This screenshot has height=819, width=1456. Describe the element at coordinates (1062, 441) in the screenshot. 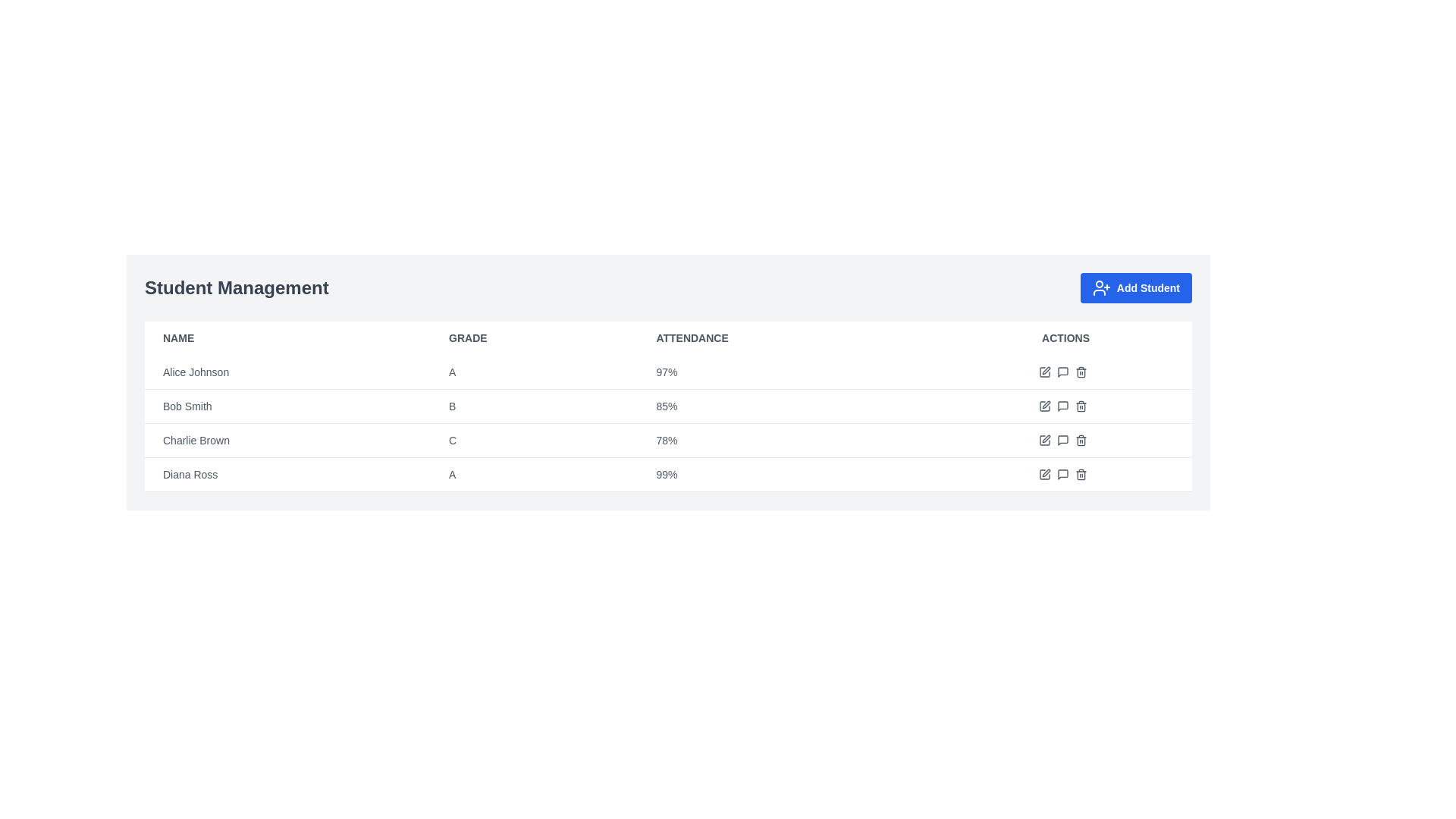

I see `the speech bubble icon button located in the 'Actions' column for student 'Charlie Brown'` at that location.